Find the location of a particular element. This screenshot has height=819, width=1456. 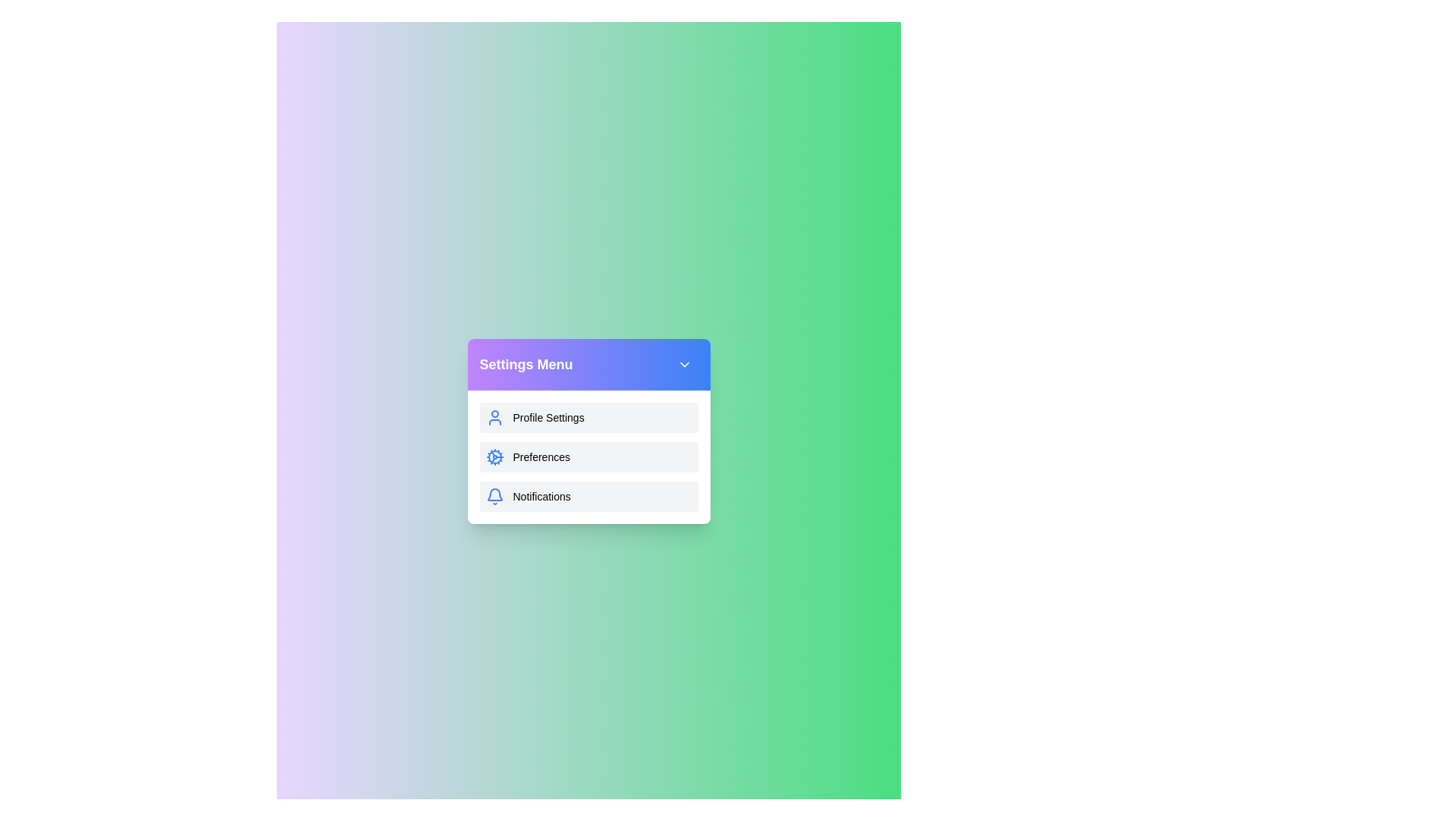

the 'Notifications' menu item is located at coordinates (588, 497).